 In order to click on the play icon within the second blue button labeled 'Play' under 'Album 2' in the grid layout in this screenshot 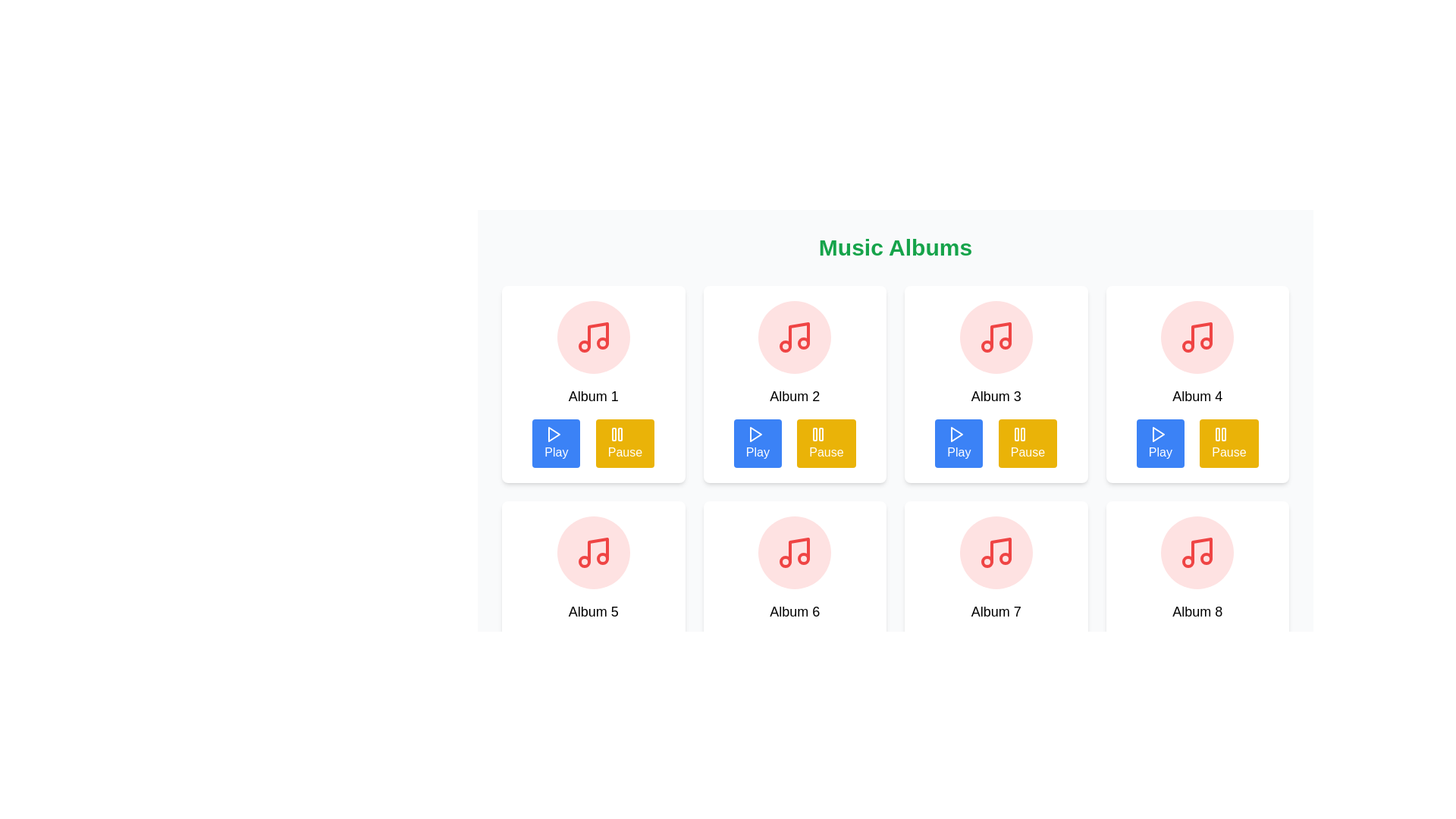, I will do `click(755, 435)`.